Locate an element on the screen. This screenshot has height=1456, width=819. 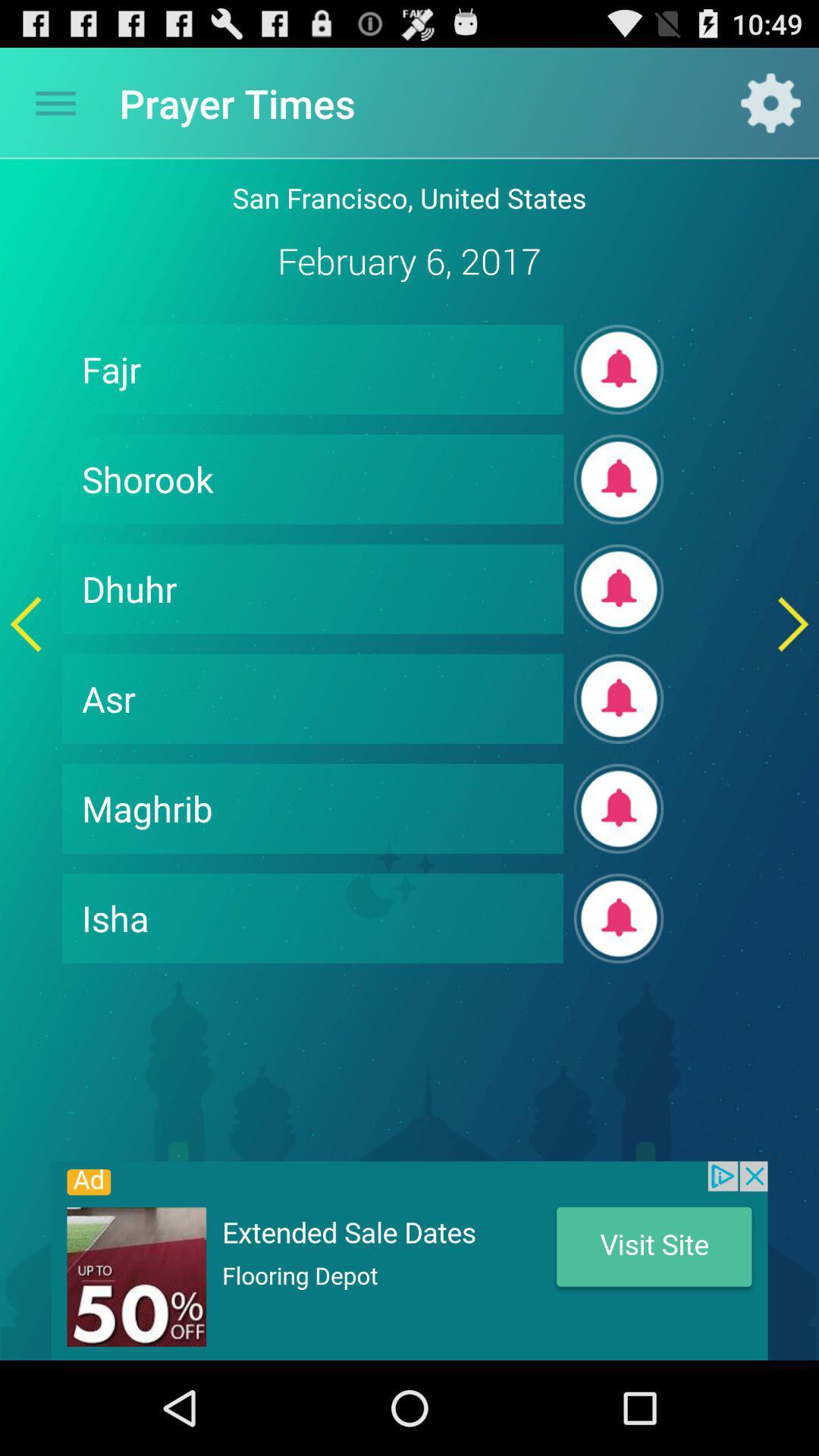
bell icon represents the sound of the asr and it plays that sound is located at coordinates (619, 698).